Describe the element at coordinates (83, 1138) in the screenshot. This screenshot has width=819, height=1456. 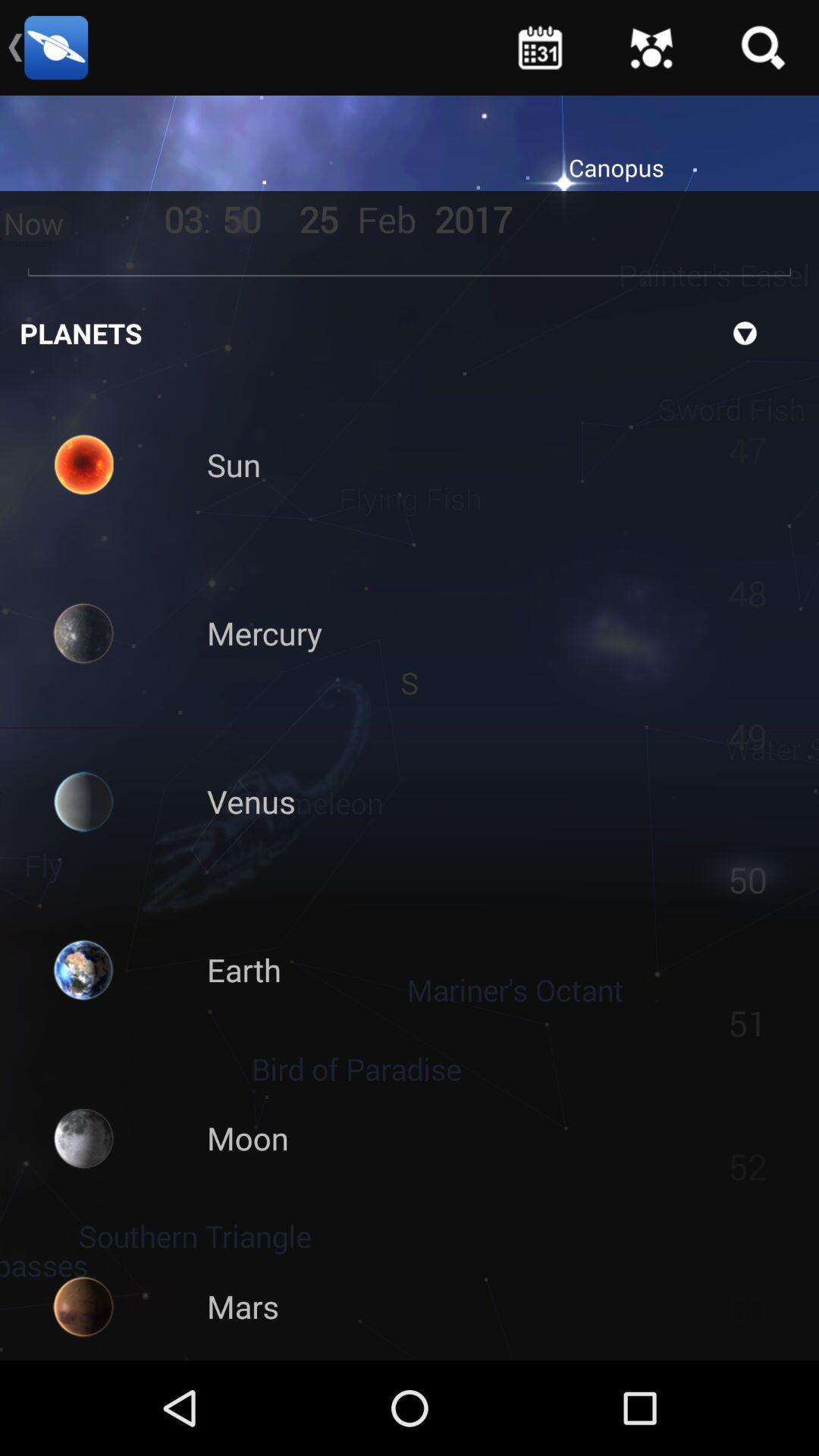
I see `moon option icon` at that location.